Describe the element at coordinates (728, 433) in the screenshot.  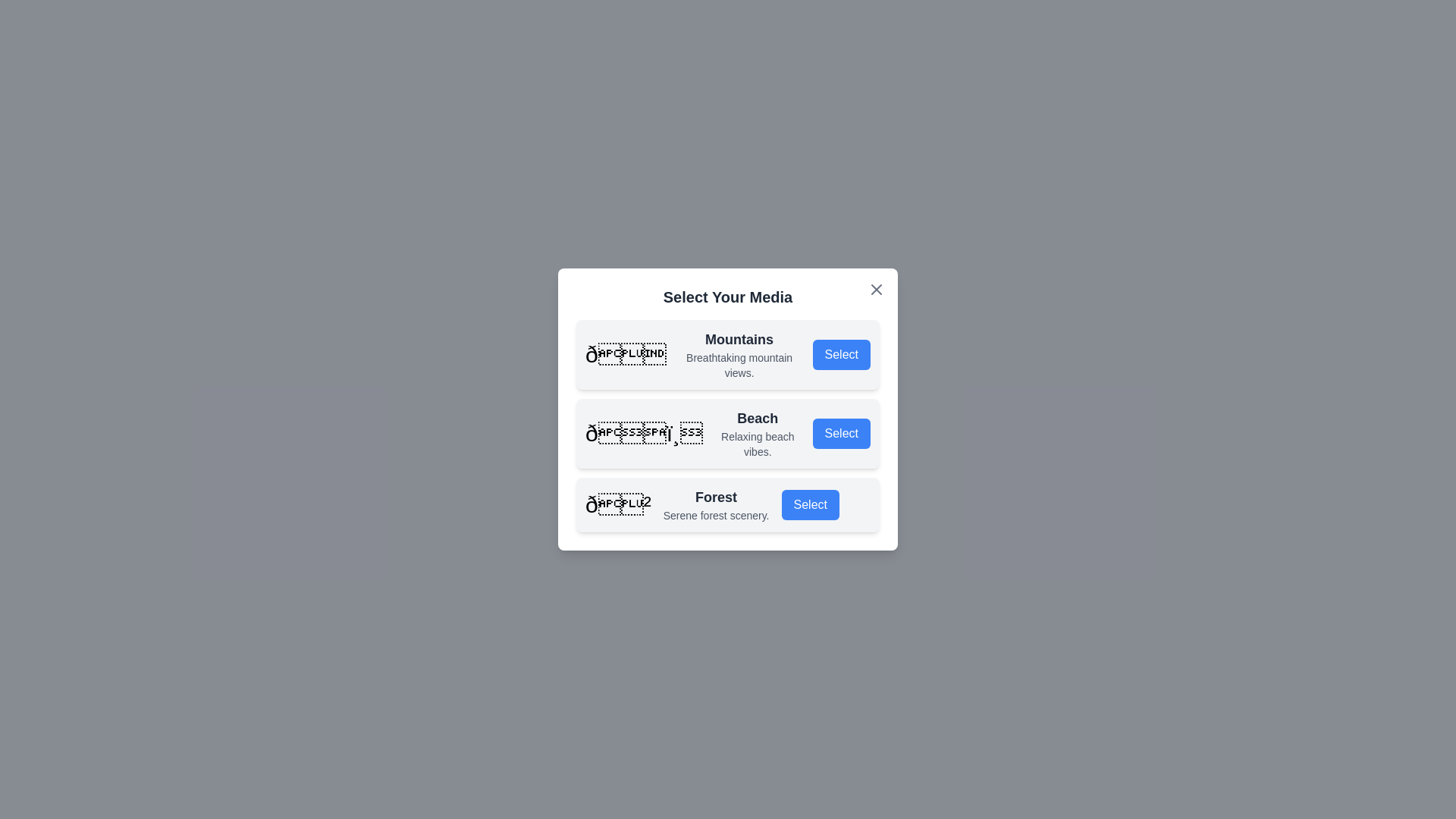
I see `the media option titled Beach to inspect its details visually` at that location.